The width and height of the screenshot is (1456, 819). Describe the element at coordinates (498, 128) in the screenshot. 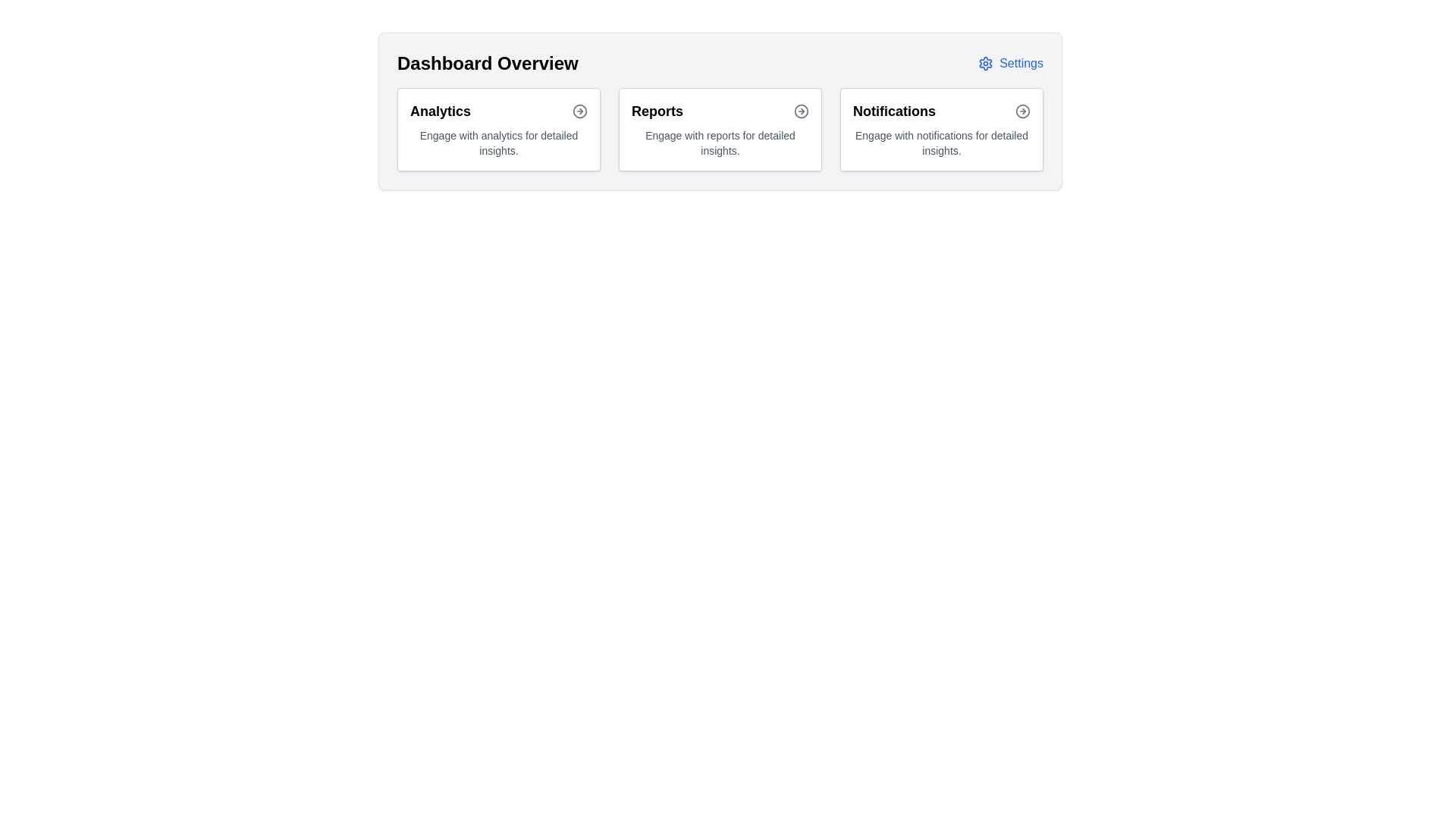

I see `the 'Analytics' interactive card, which is the first card in the row` at that location.